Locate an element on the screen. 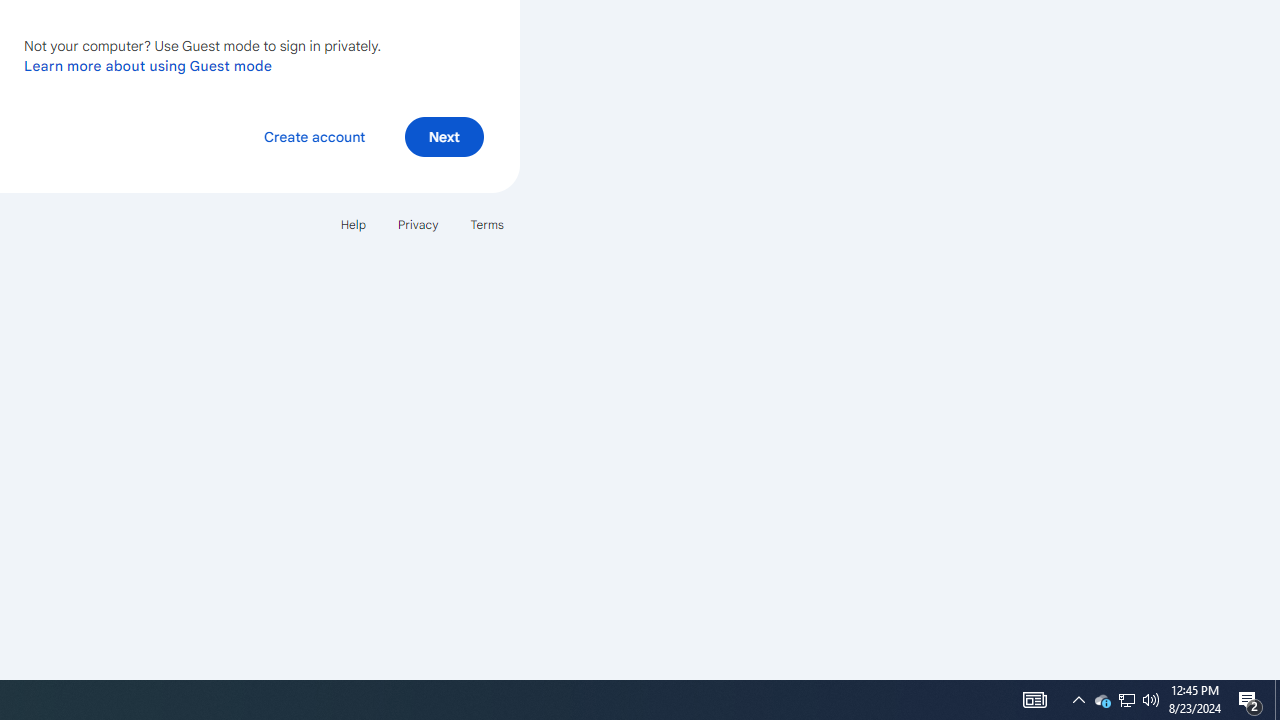 Image resolution: width=1280 pixels, height=720 pixels. 'Create account' is located at coordinates (313, 135).